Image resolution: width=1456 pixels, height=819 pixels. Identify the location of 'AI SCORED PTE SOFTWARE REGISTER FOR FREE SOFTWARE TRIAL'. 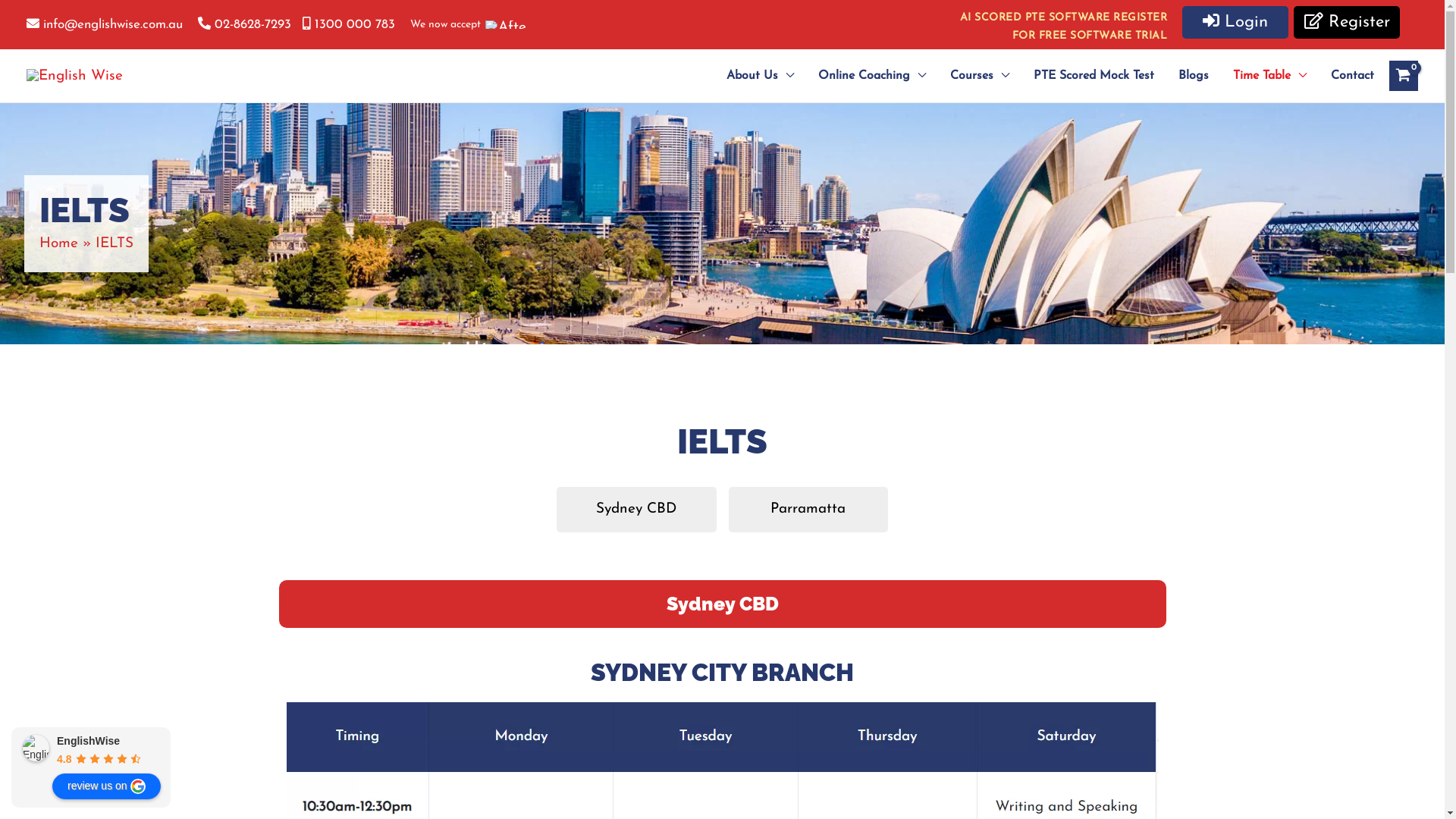
(1062, 27).